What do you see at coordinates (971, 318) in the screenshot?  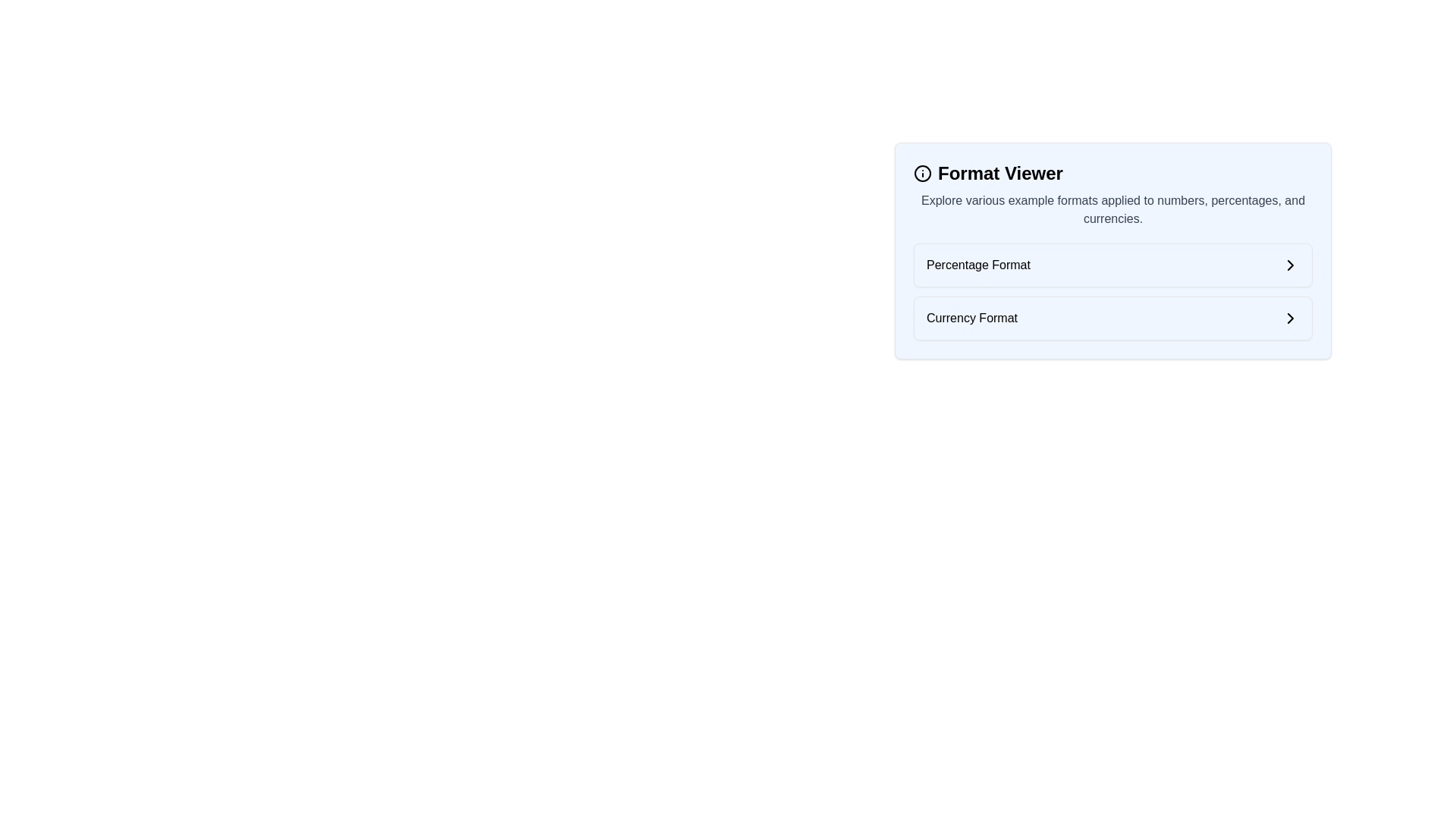 I see `the second label in the vertically arranged list that allows users` at bounding box center [971, 318].